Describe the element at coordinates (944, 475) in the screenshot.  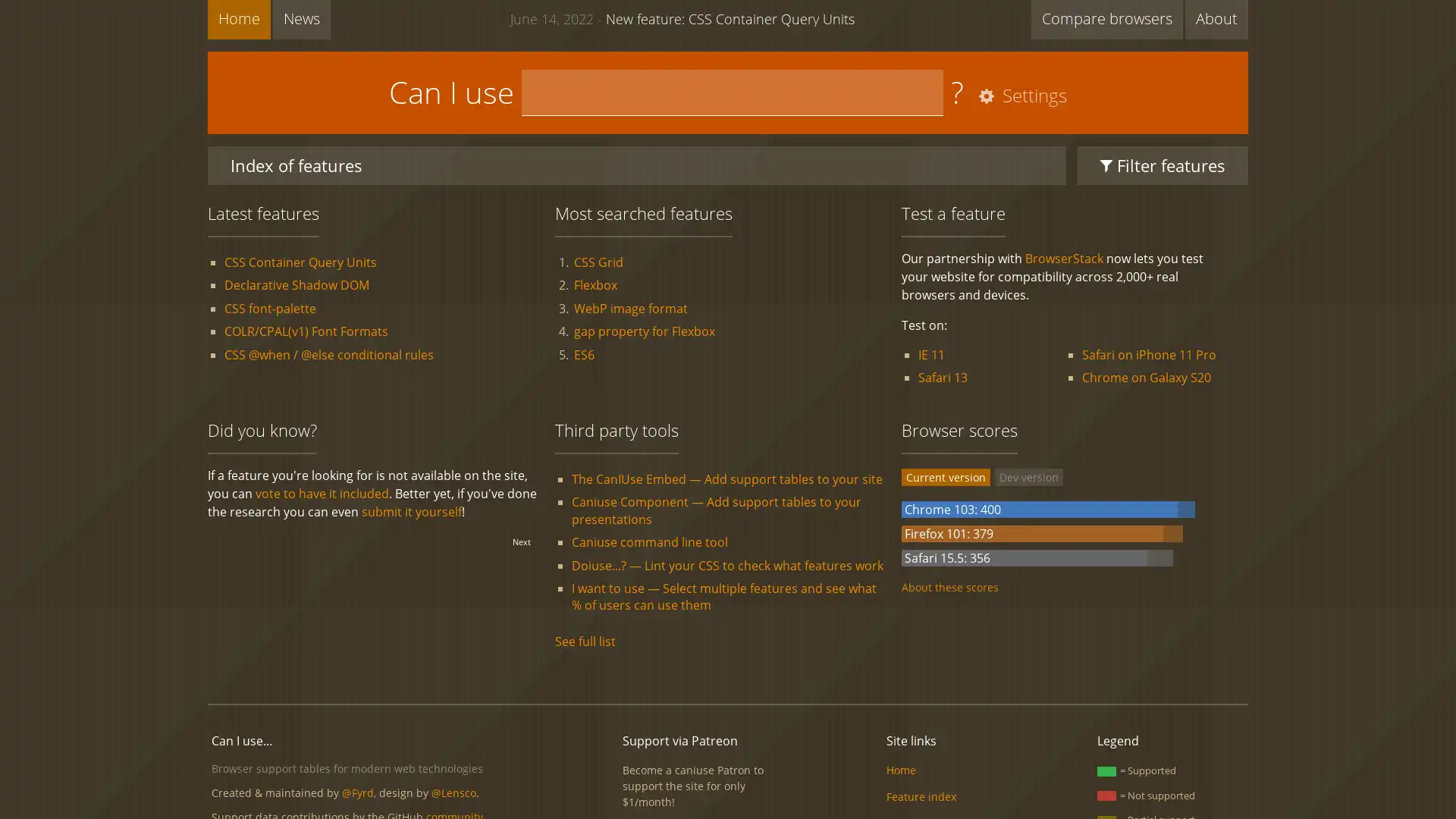
I see `Current version` at that location.